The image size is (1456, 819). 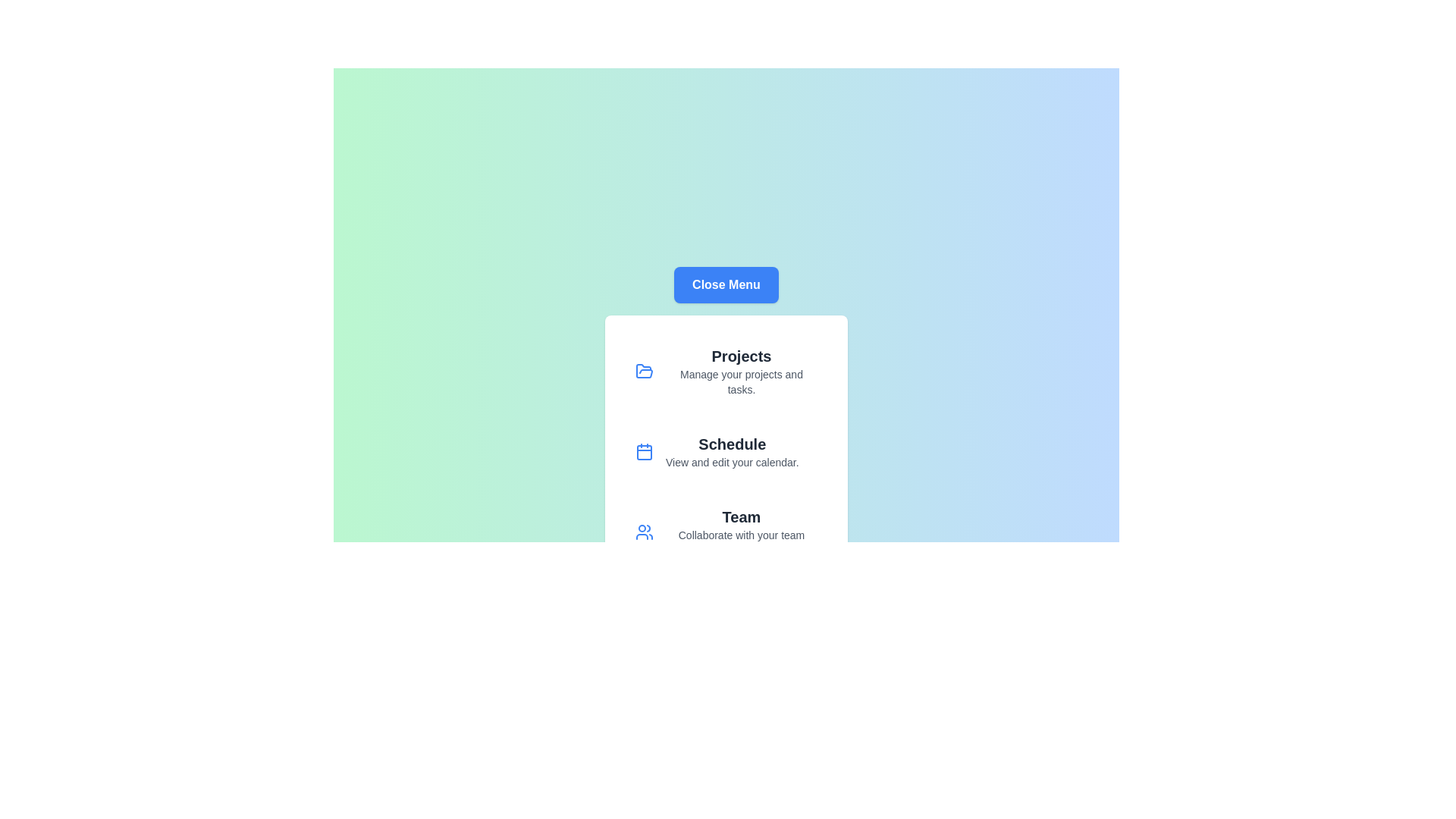 I want to click on the 'Close Menu' button to toggle the menu visibility, so click(x=726, y=284).